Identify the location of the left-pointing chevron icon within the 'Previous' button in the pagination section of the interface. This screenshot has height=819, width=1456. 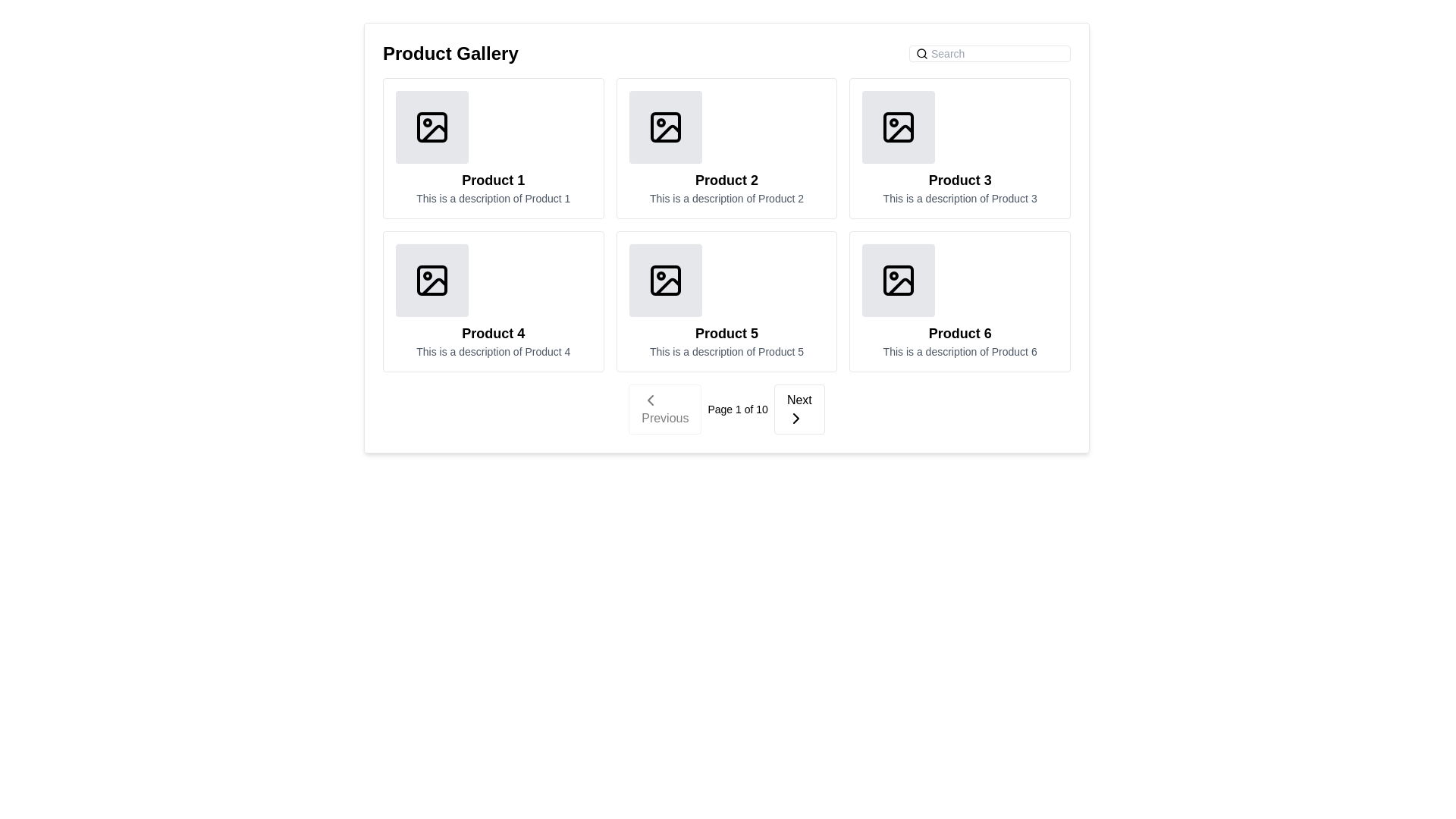
(651, 400).